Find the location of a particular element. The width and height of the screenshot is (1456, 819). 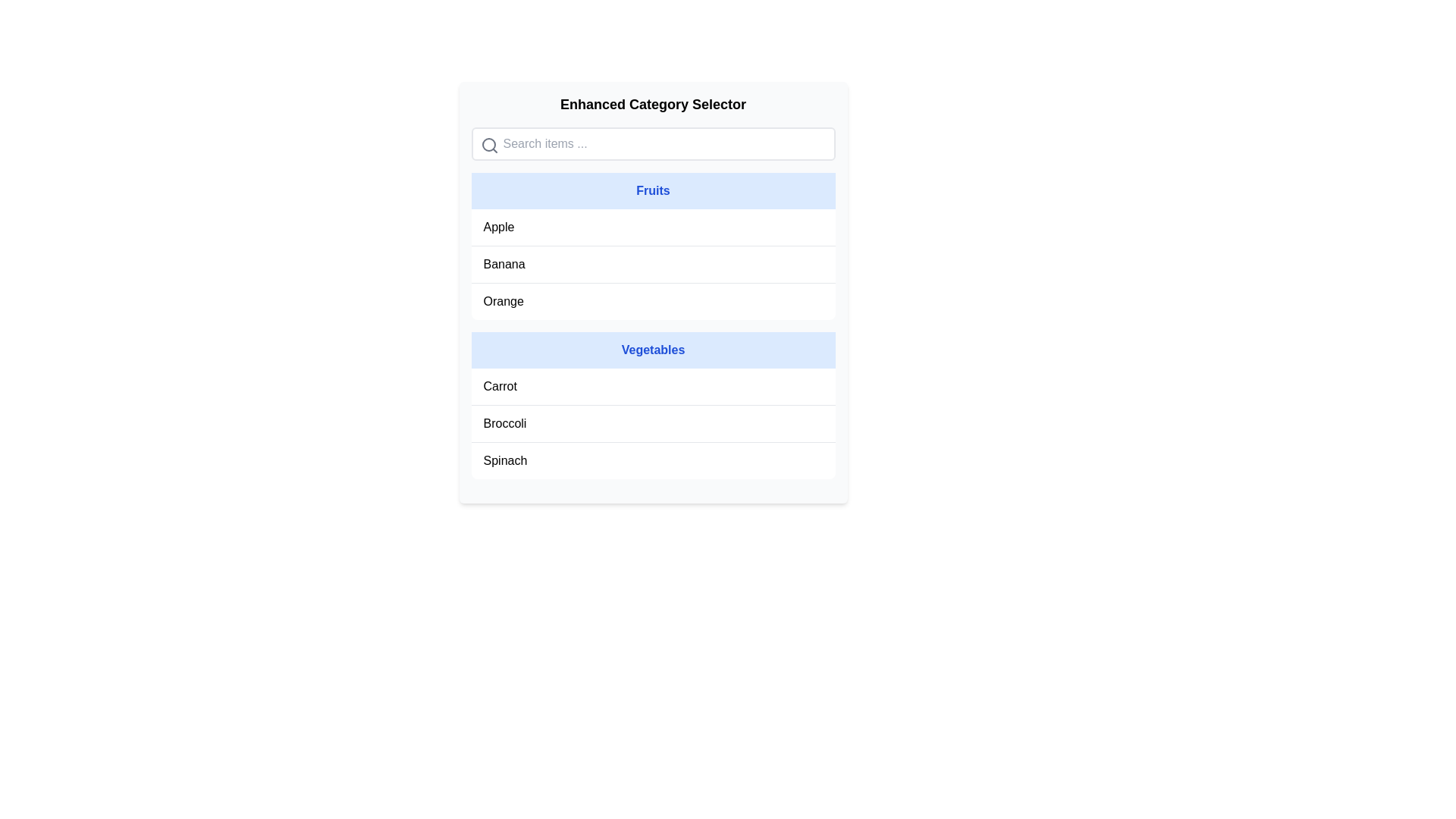

the static text label representing the 'Apple' category item, which is the topmost item in the 'Fruits' section of the category selector interface is located at coordinates (498, 227).